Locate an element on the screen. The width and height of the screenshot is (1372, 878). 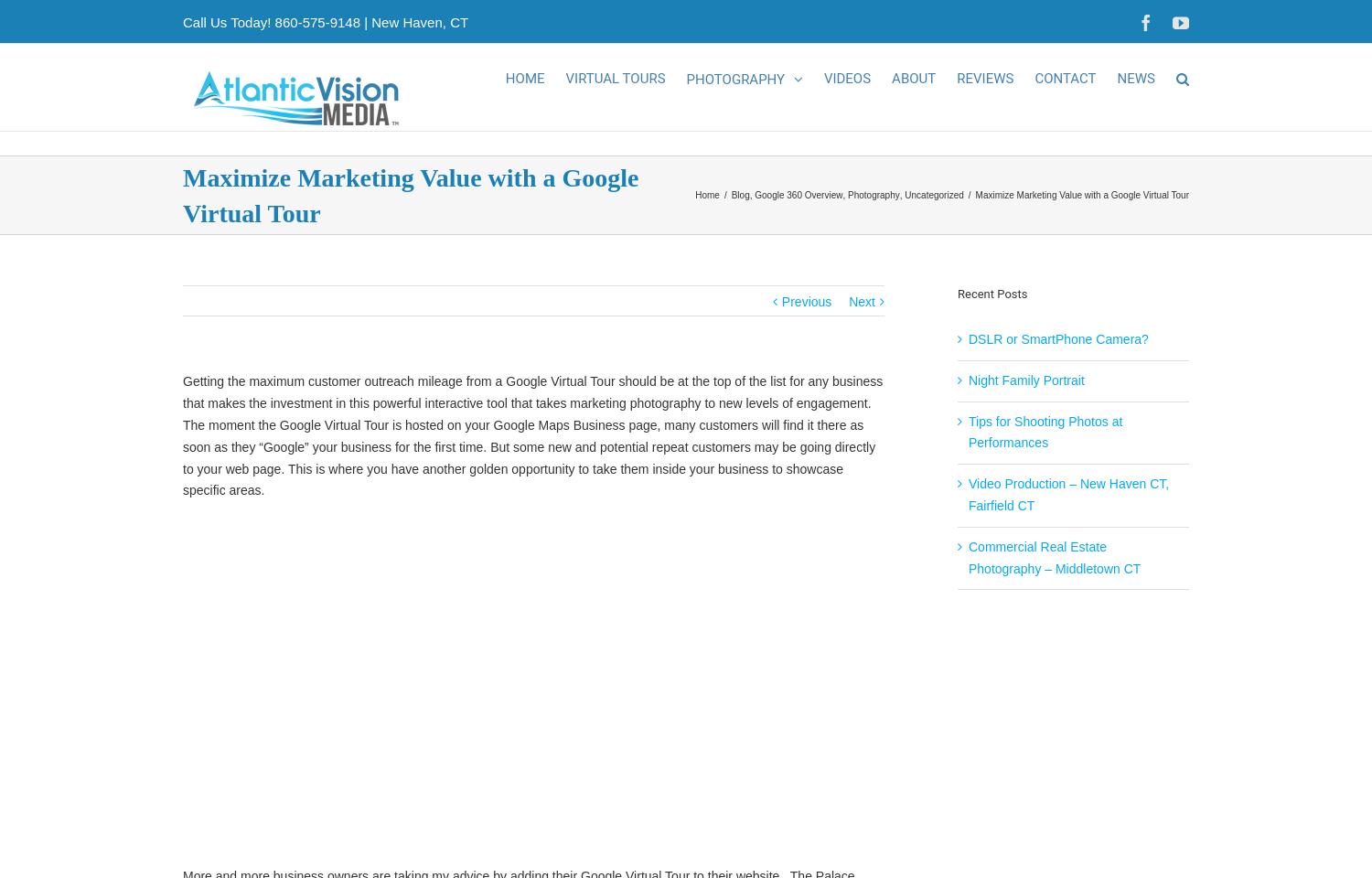
'Tips for Shooting Photos at Performances' is located at coordinates (1045, 450).